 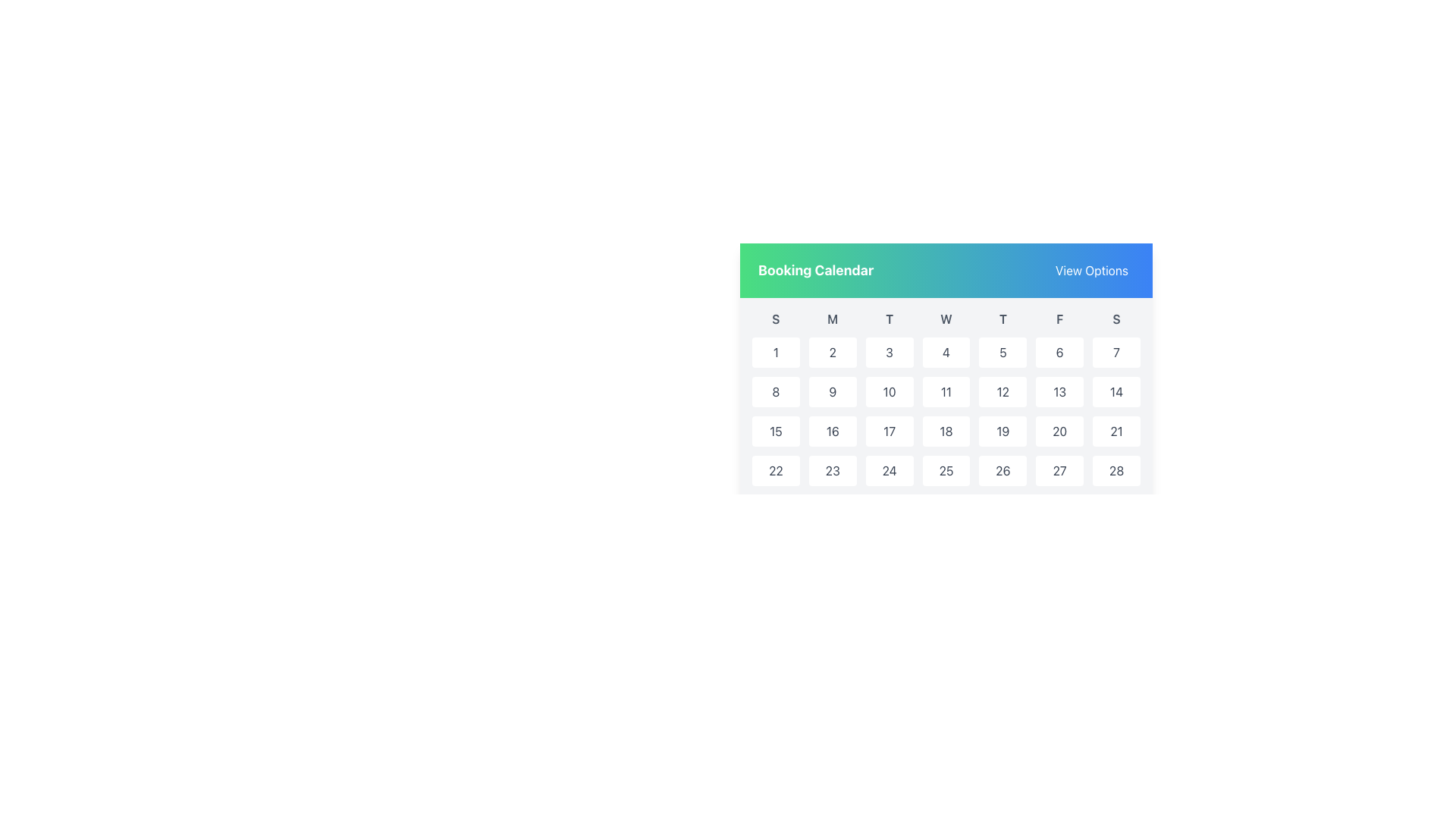 I want to click on the non-interactive text label indicating 'Sunday' in the weekly calendar, positioned as the last column in the top row, so click(x=1116, y=318).